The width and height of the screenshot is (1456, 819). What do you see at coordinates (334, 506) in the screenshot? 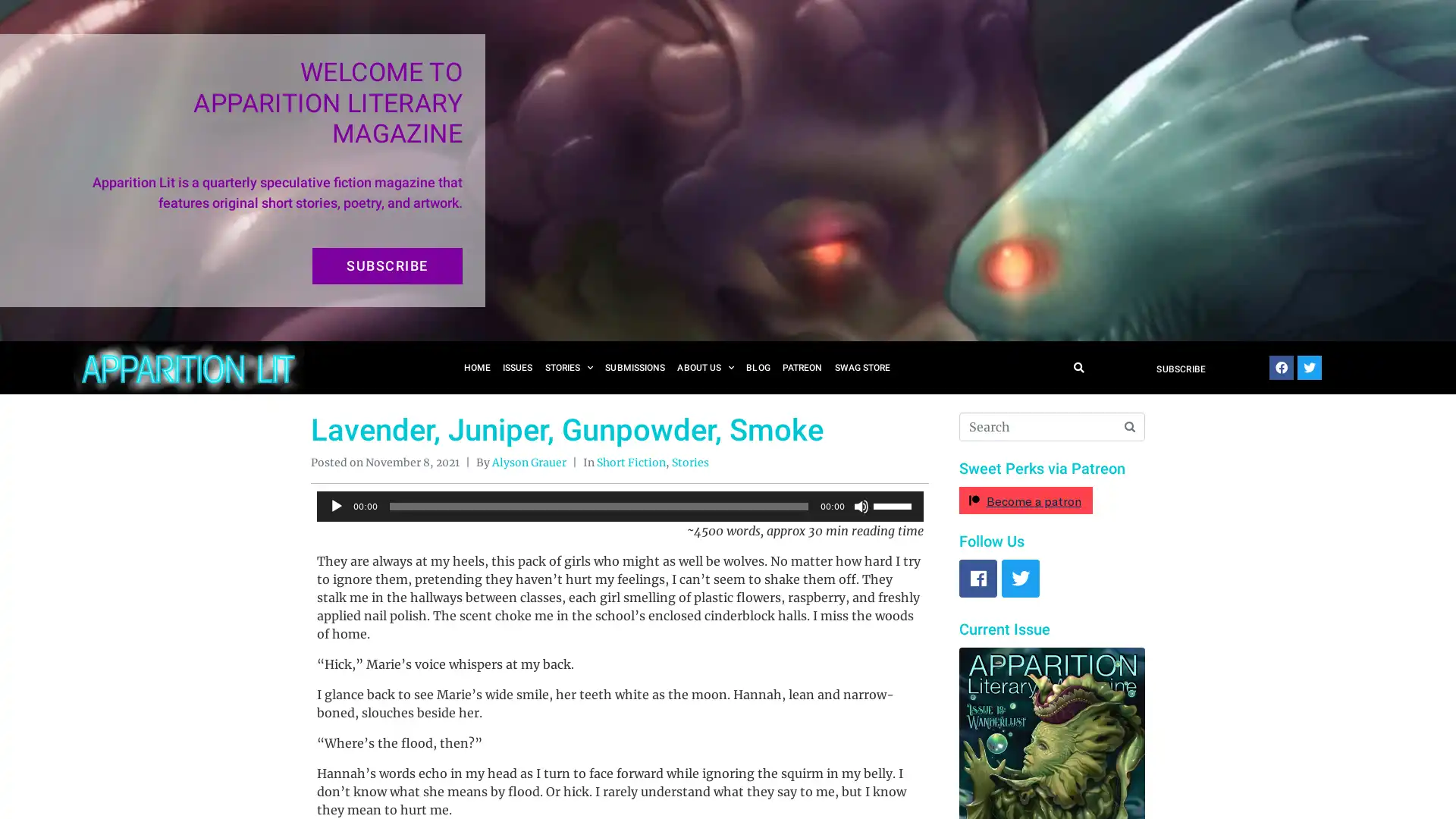
I see `Play` at bounding box center [334, 506].